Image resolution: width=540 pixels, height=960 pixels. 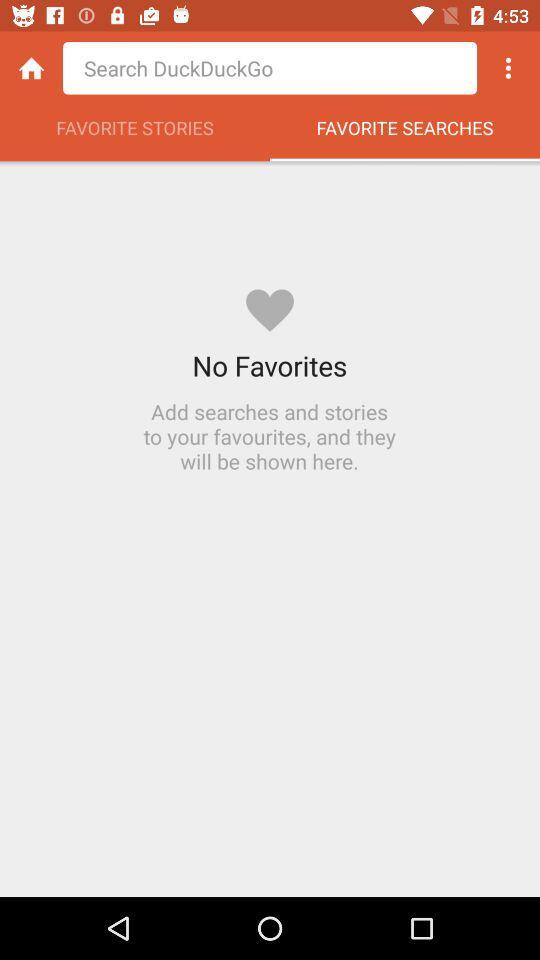 What do you see at coordinates (30, 68) in the screenshot?
I see `shows home icon` at bounding box center [30, 68].